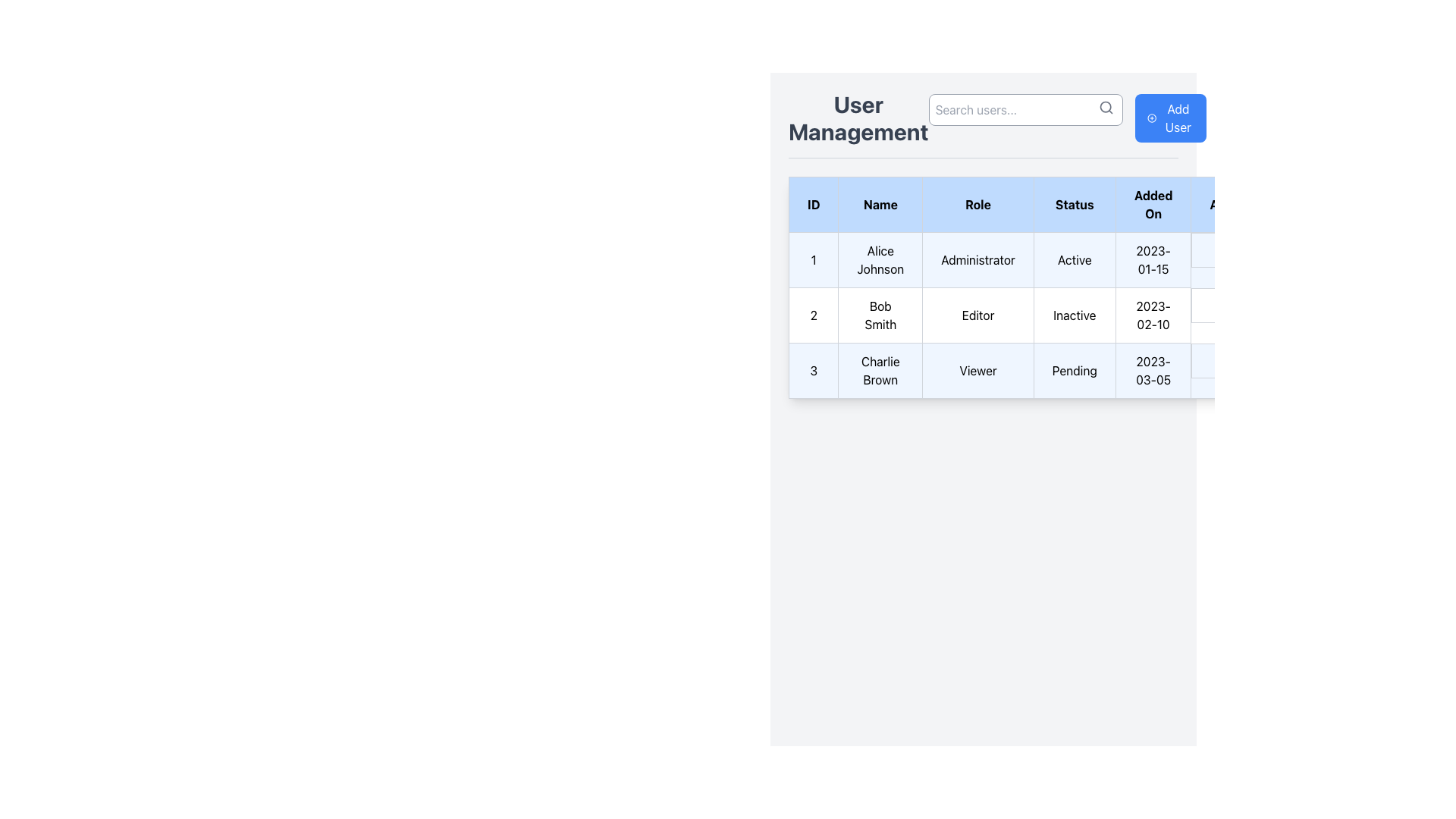 This screenshot has width=1456, height=819. I want to click on the text label in the first column of the row containing the data for 'Charlie Brown', which serves as an identifier for the entry's position in the User Management table, so click(813, 371).